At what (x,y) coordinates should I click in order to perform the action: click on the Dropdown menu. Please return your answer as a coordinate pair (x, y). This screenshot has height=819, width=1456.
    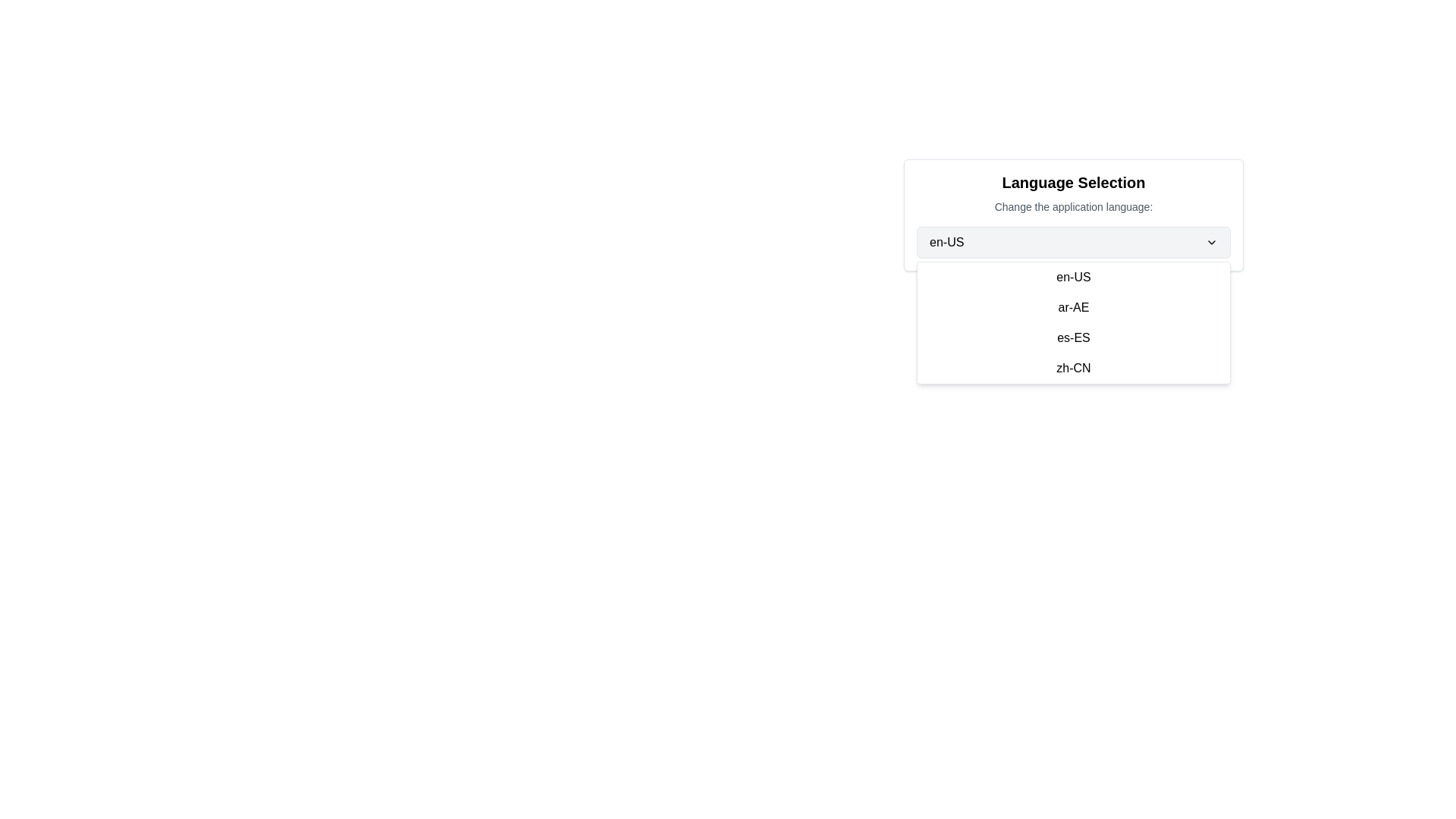
    Looking at the image, I should click on (1073, 322).